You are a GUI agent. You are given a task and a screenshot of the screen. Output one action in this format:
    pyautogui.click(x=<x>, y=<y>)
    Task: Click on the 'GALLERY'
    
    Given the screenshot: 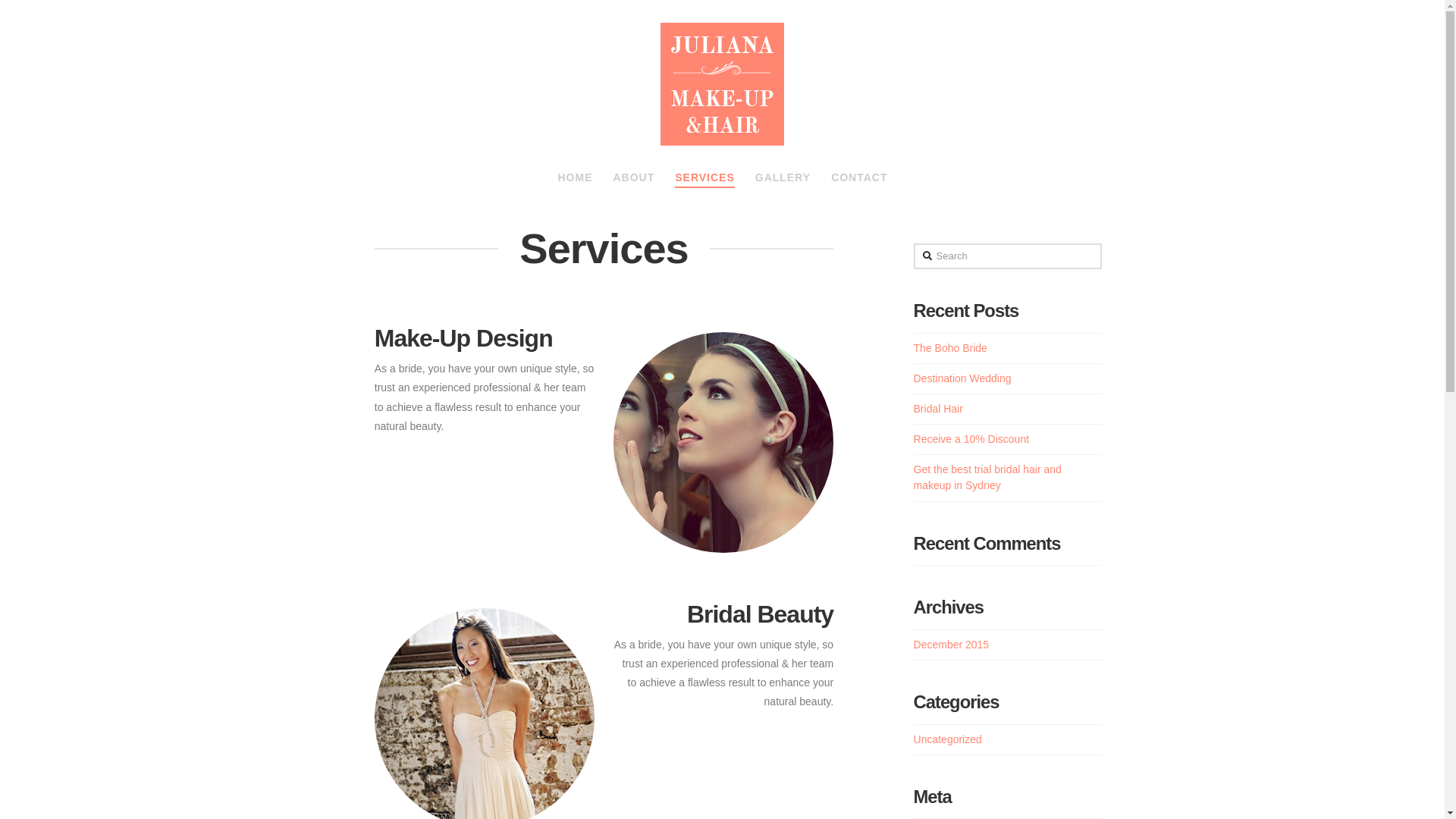 What is the action you would take?
    pyautogui.click(x=783, y=178)
    